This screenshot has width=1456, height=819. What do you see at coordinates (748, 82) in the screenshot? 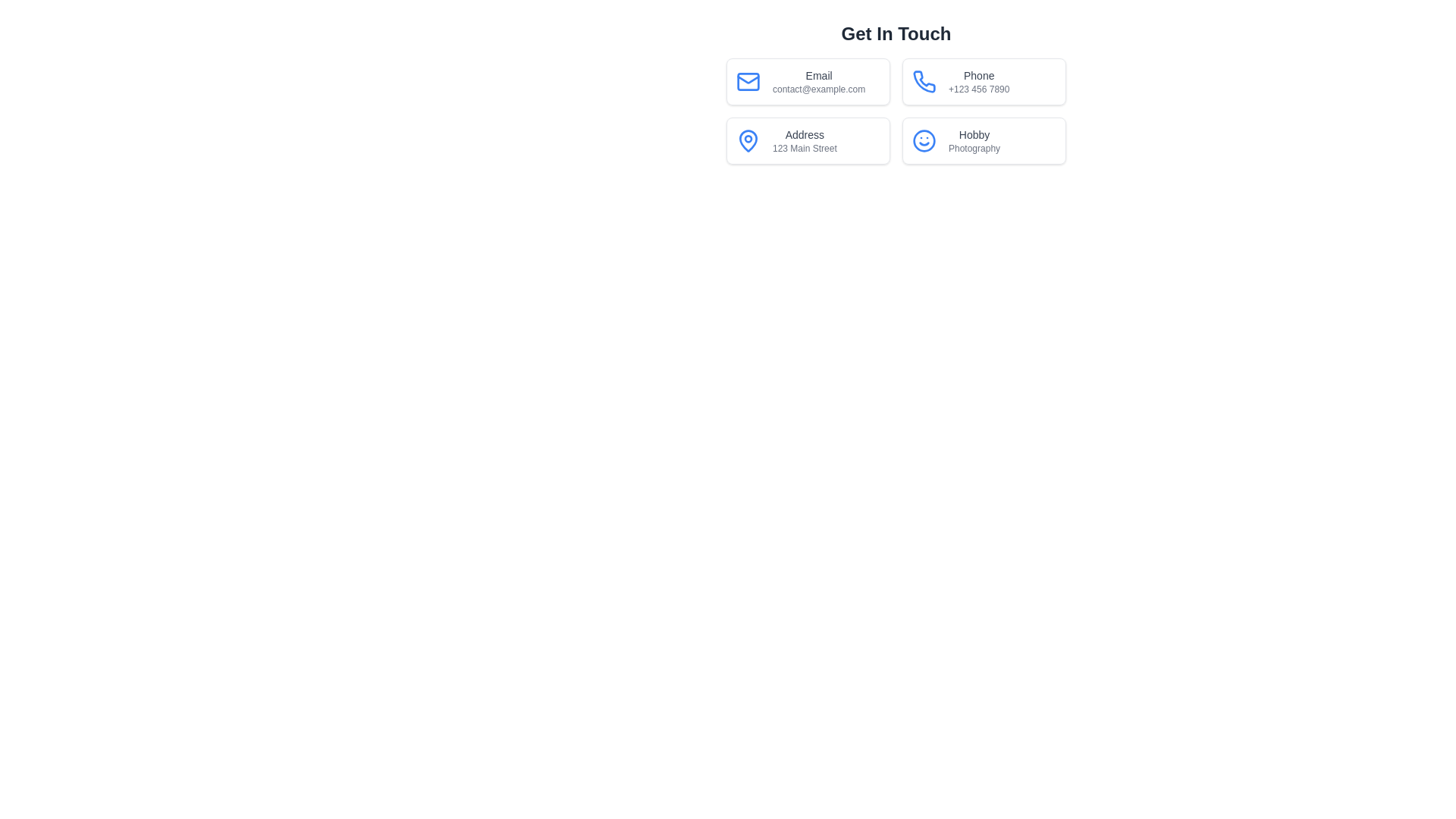
I see `the SVG rectangle element that visually represents the mail icon in the 'Get In Touch' interface, located to the left of the 'Email' label` at bounding box center [748, 82].